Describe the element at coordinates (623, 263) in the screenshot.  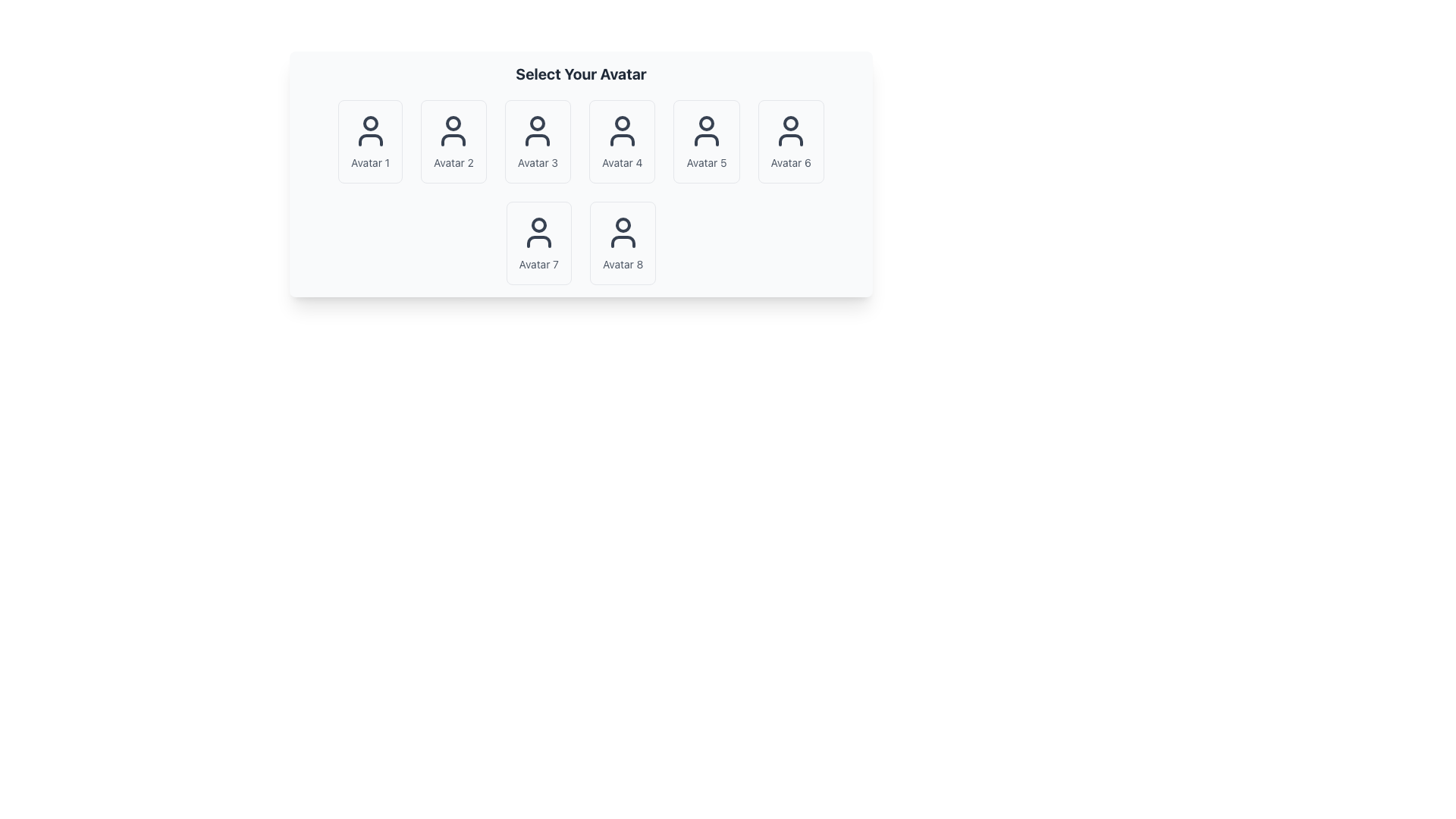
I see `text label 'Avatar 8', which is gray in color and located below the circular avatar icon in the last column of the avatar options grid` at that location.